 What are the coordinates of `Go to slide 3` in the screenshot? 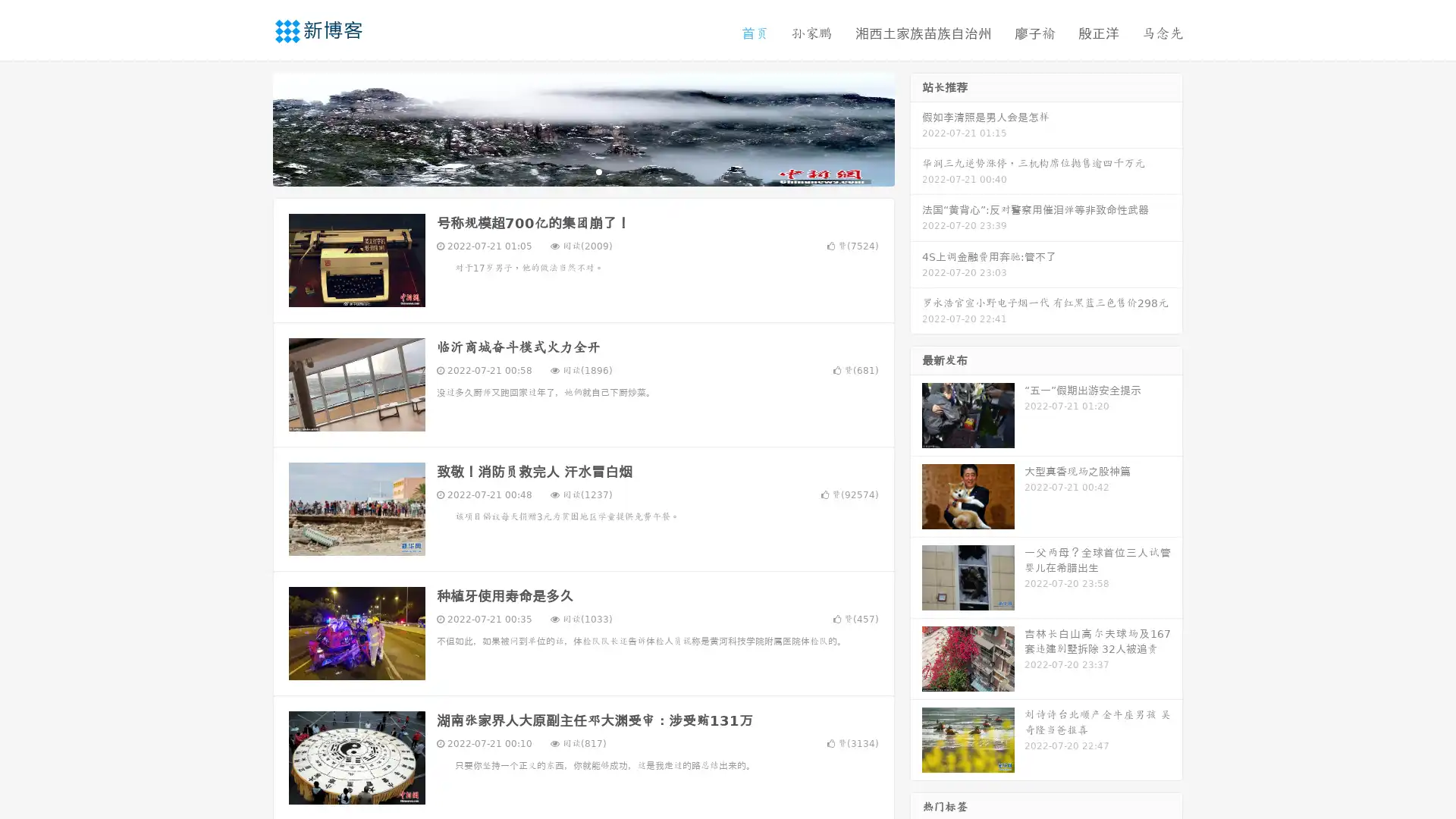 It's located at (598, 171).